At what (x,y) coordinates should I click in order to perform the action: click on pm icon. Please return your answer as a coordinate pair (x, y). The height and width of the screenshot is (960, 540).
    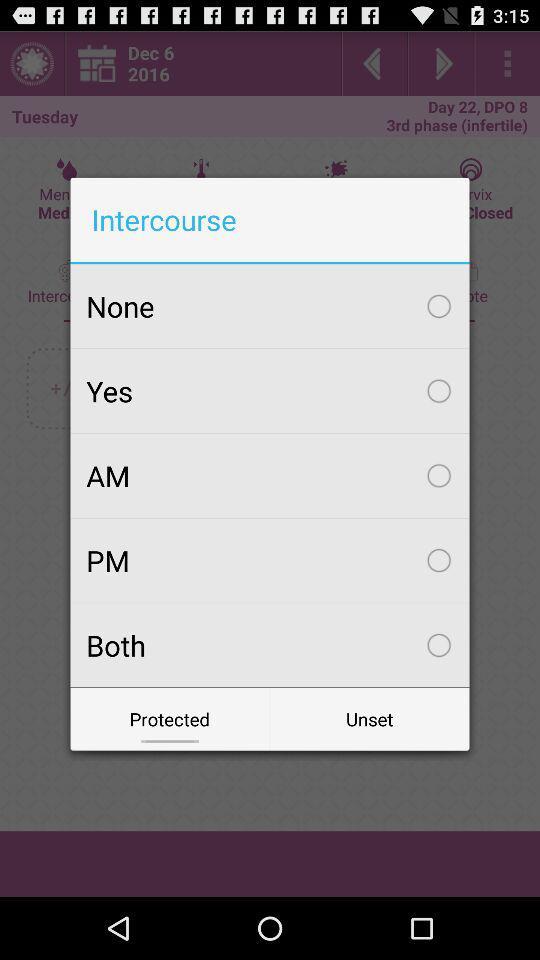
    Looking at the image, I should click on (270, 560).